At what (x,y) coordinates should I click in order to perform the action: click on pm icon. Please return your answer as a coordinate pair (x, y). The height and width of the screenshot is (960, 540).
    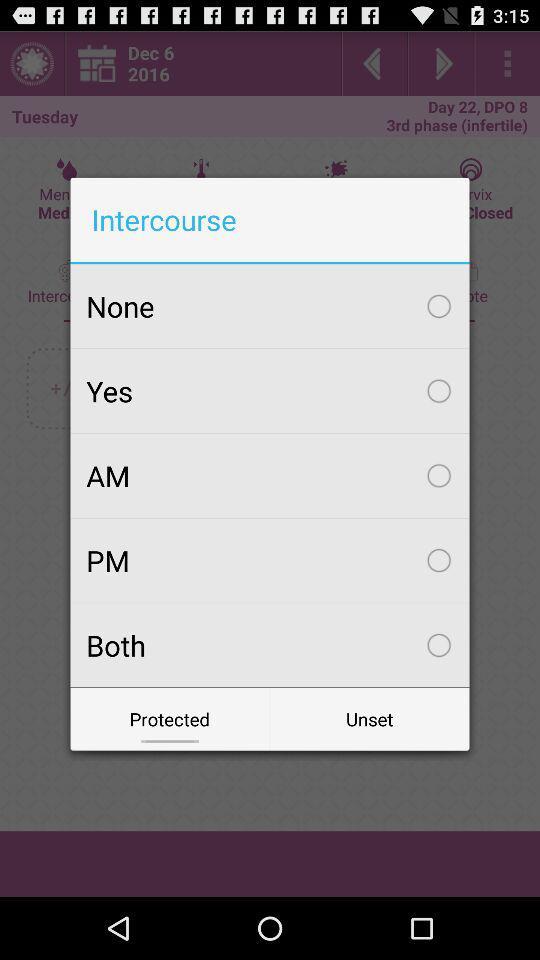
    Looking at the image, I should click on (270, 560).